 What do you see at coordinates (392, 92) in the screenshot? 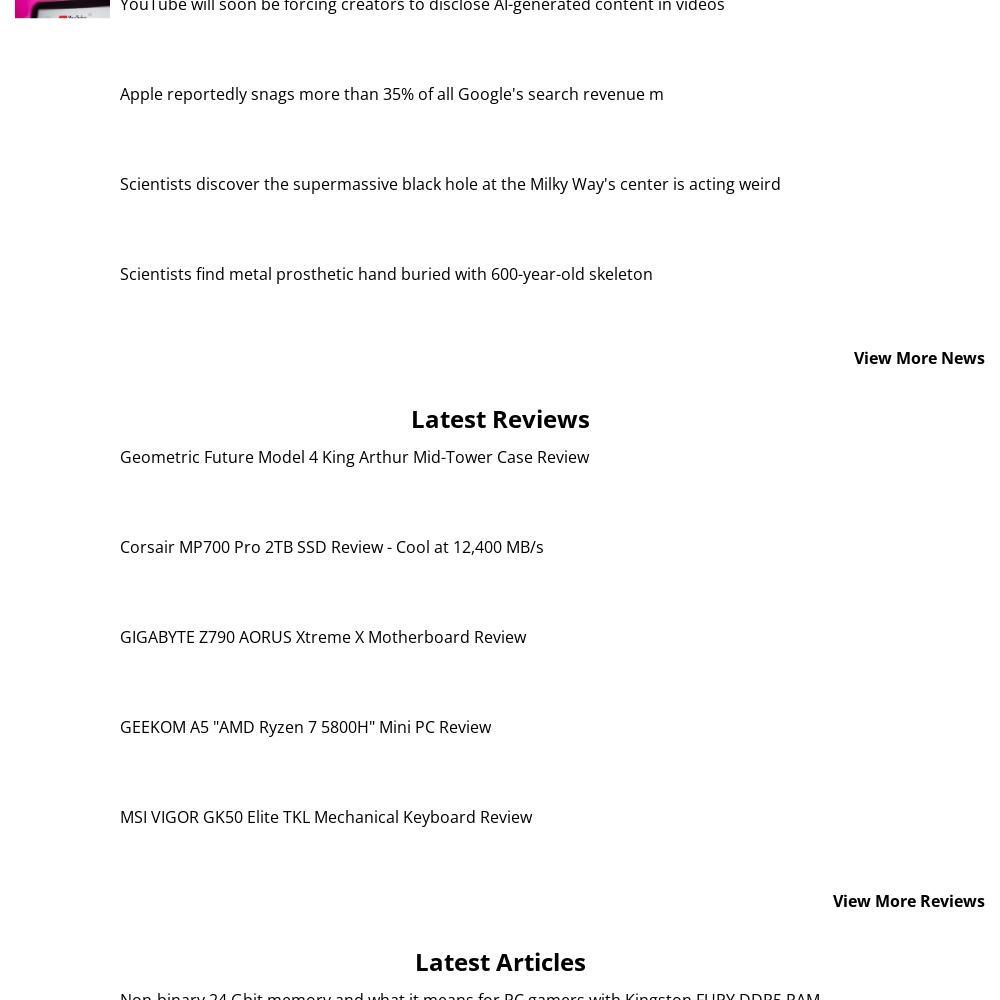
I see `'Apple reportedly snags more than 35% of all Google's search revenue m'` at bounding box center [392, 92].